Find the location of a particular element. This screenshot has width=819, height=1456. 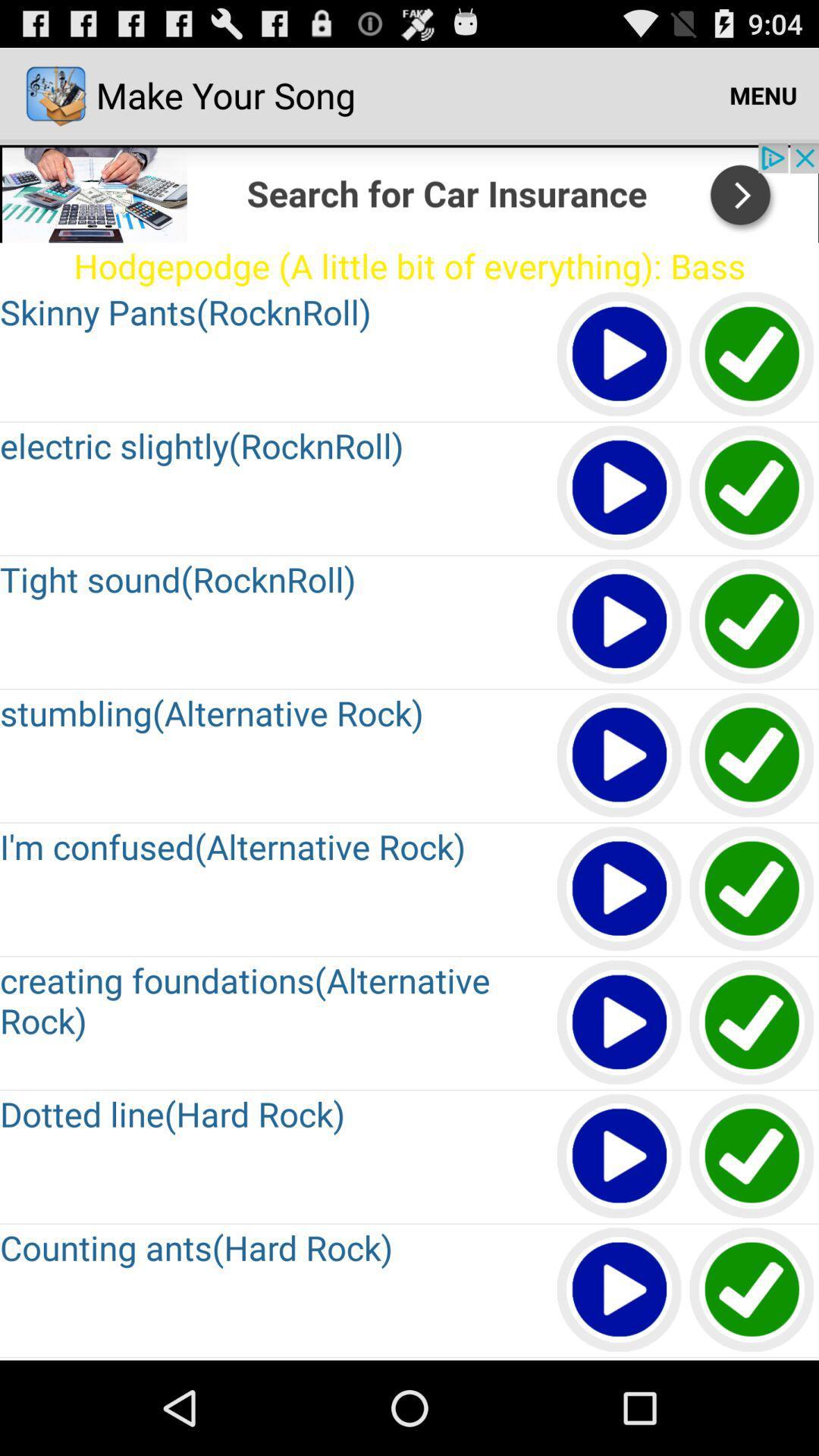

click on play option is located at coordinates (620, 1290).